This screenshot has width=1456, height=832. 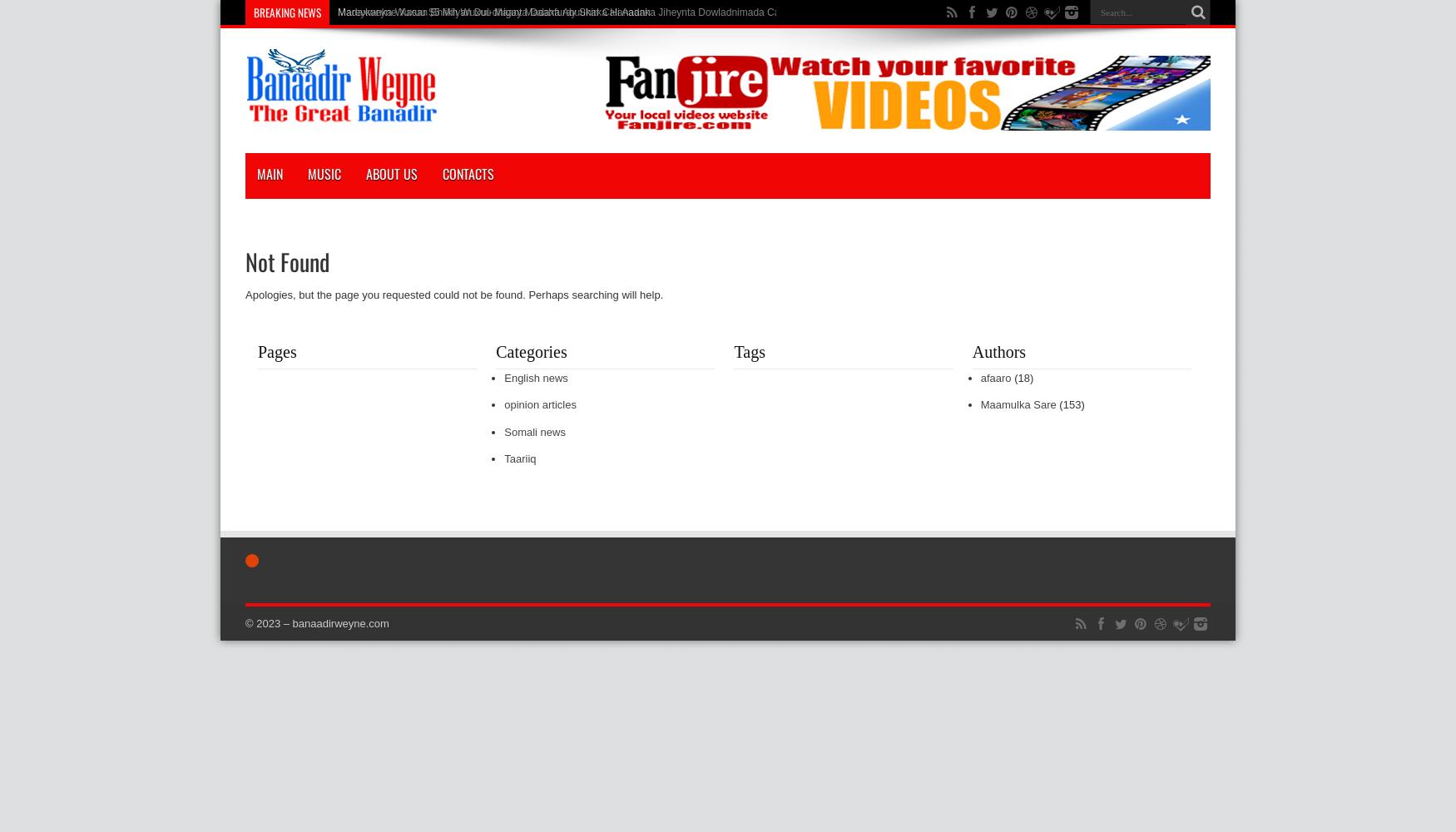 What do you see at coordinates (995, 376) in the screenshot?
I see `'afaaro'` at bounding box center [995, 376].